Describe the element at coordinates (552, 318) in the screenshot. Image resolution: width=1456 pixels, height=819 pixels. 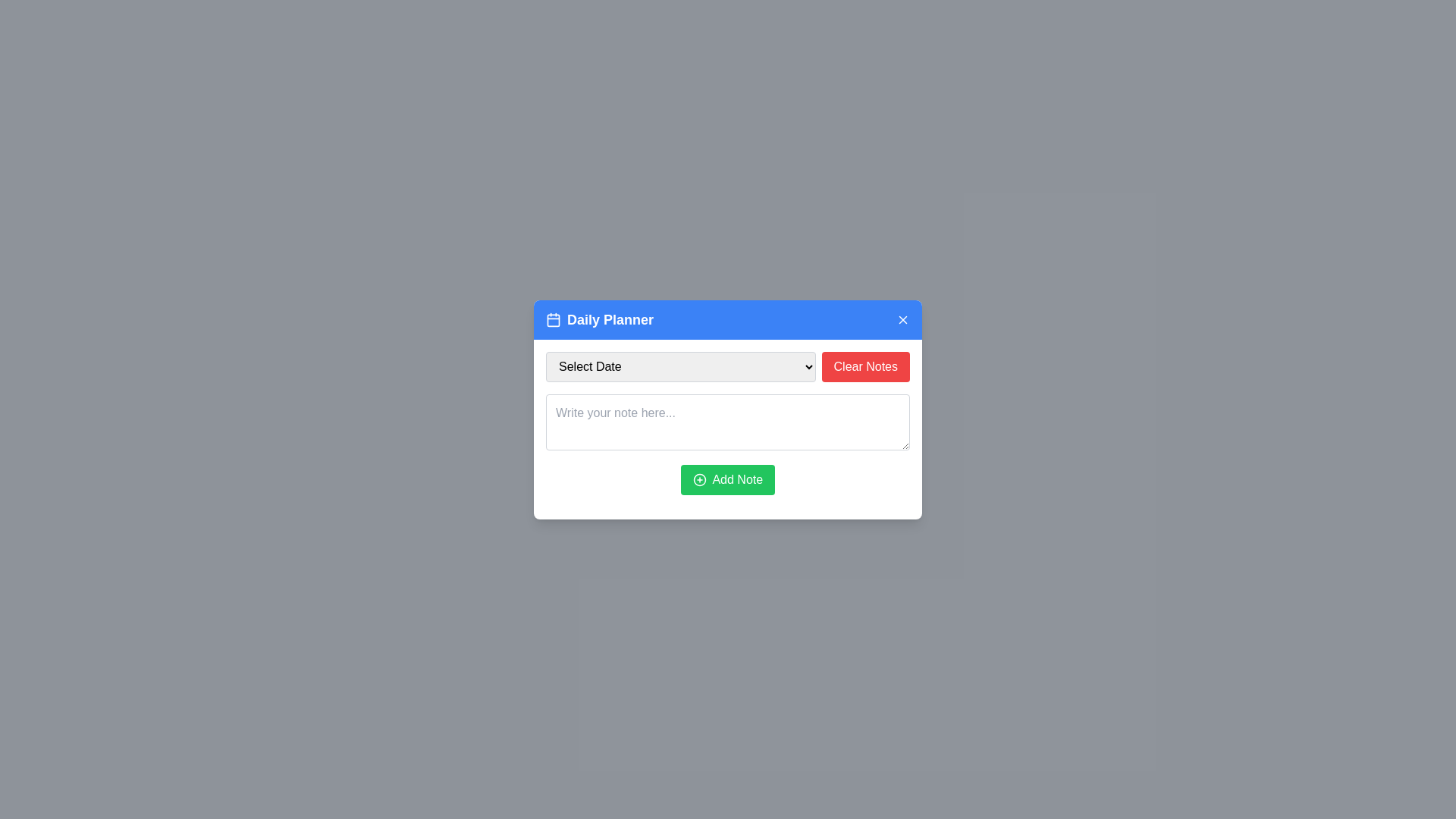
I see `the calendar icon with a blue background and white lines, located to the left of the 'Daily Planner' text in the header bar of the dialog box` at that location.